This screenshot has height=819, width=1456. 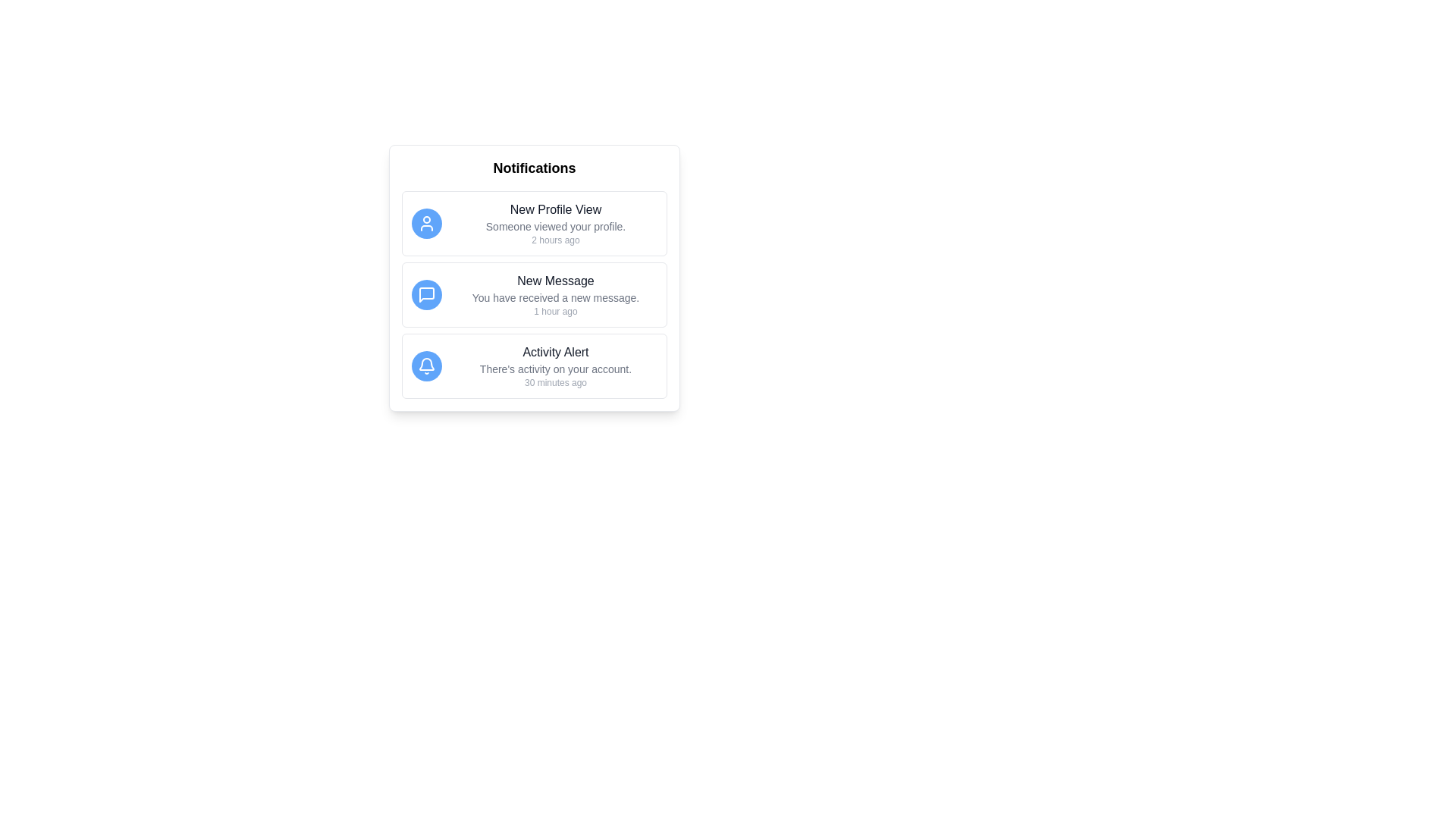 I want to click on the circular blue icon with a white user silhouette, located at the left edge of the first notification card associated with the 'New Profile View' notification, so click(x=425, y=223).